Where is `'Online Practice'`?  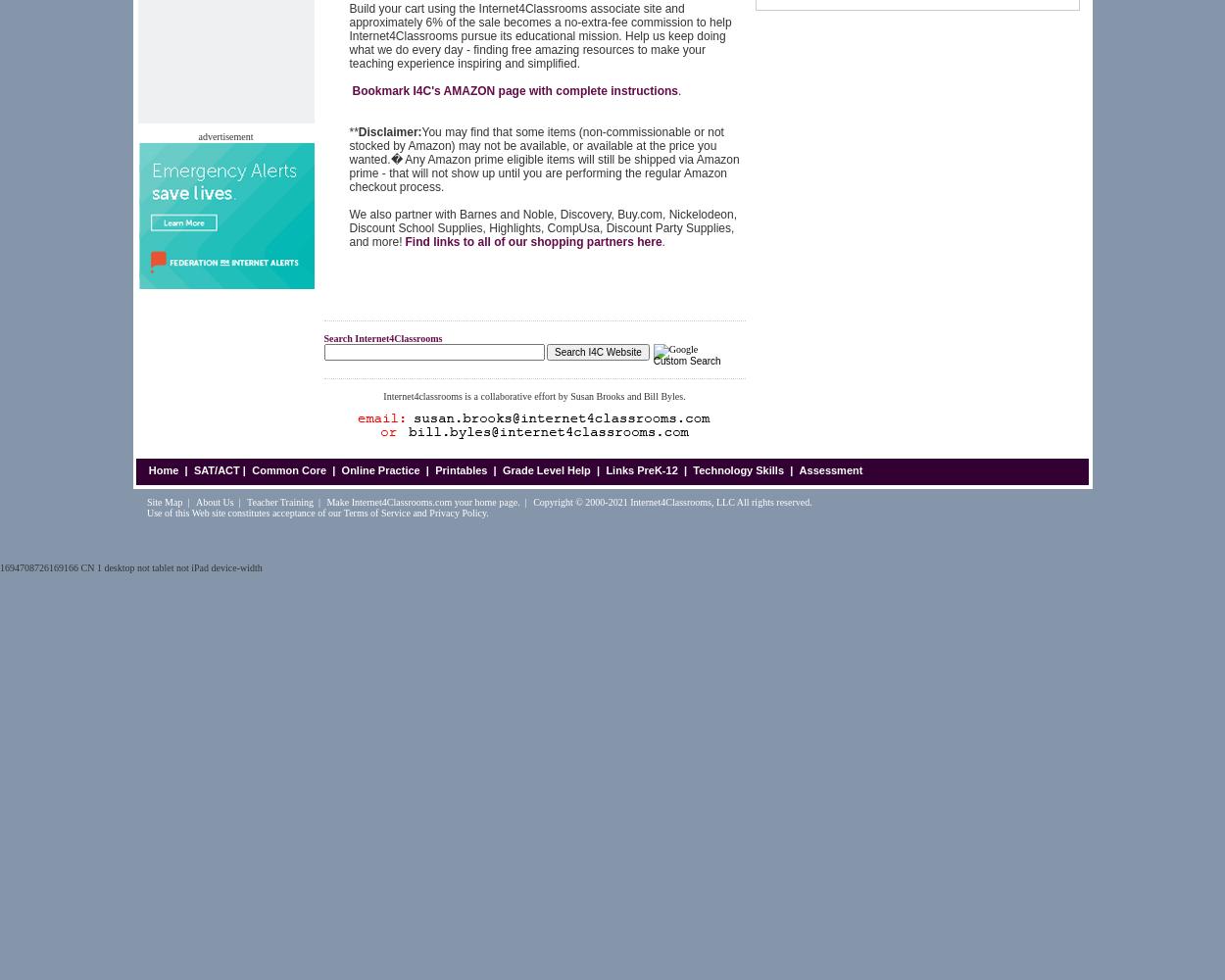 'Online Practice' is located at coordinates (380, 469).